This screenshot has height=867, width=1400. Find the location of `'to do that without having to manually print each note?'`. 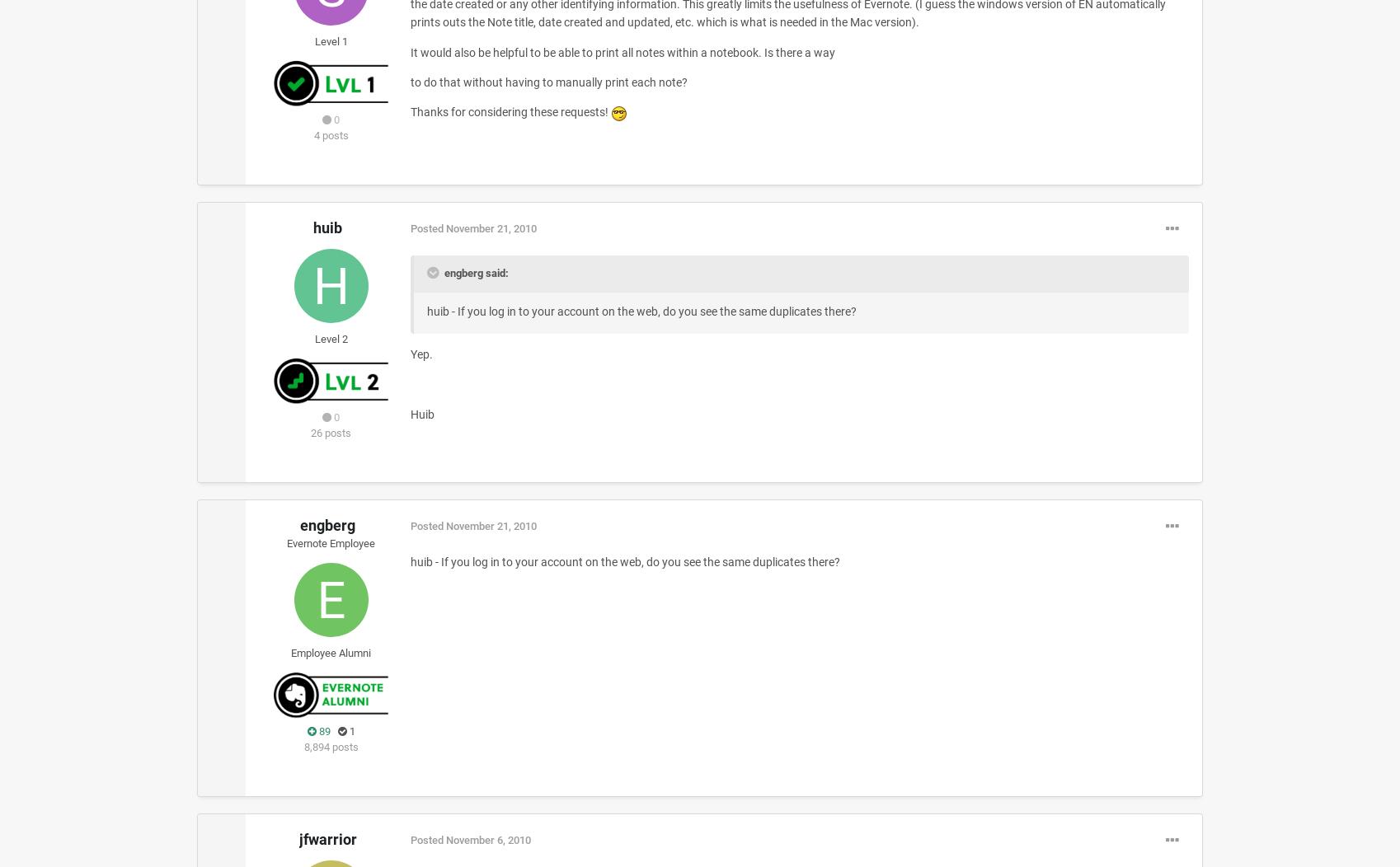

'to do that without having to manually print each note?' is located at coordinates (547, 81).